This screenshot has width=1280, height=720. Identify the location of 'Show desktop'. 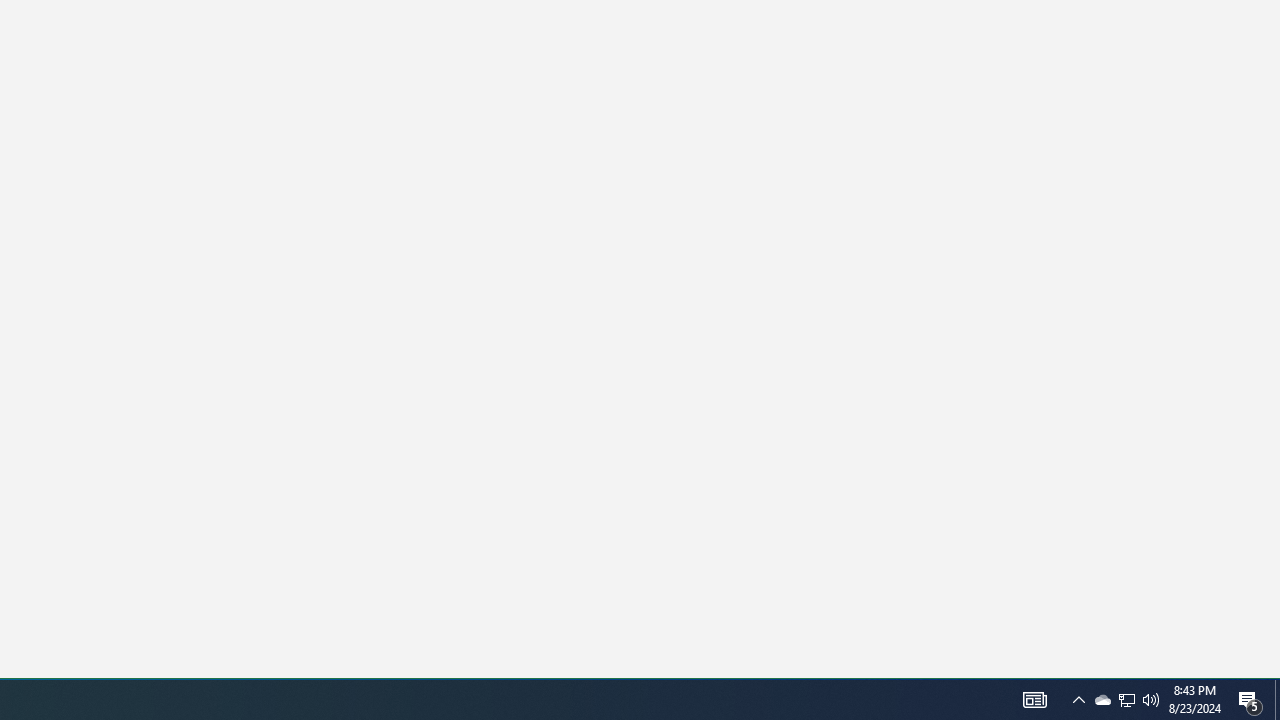
(1250, 698).